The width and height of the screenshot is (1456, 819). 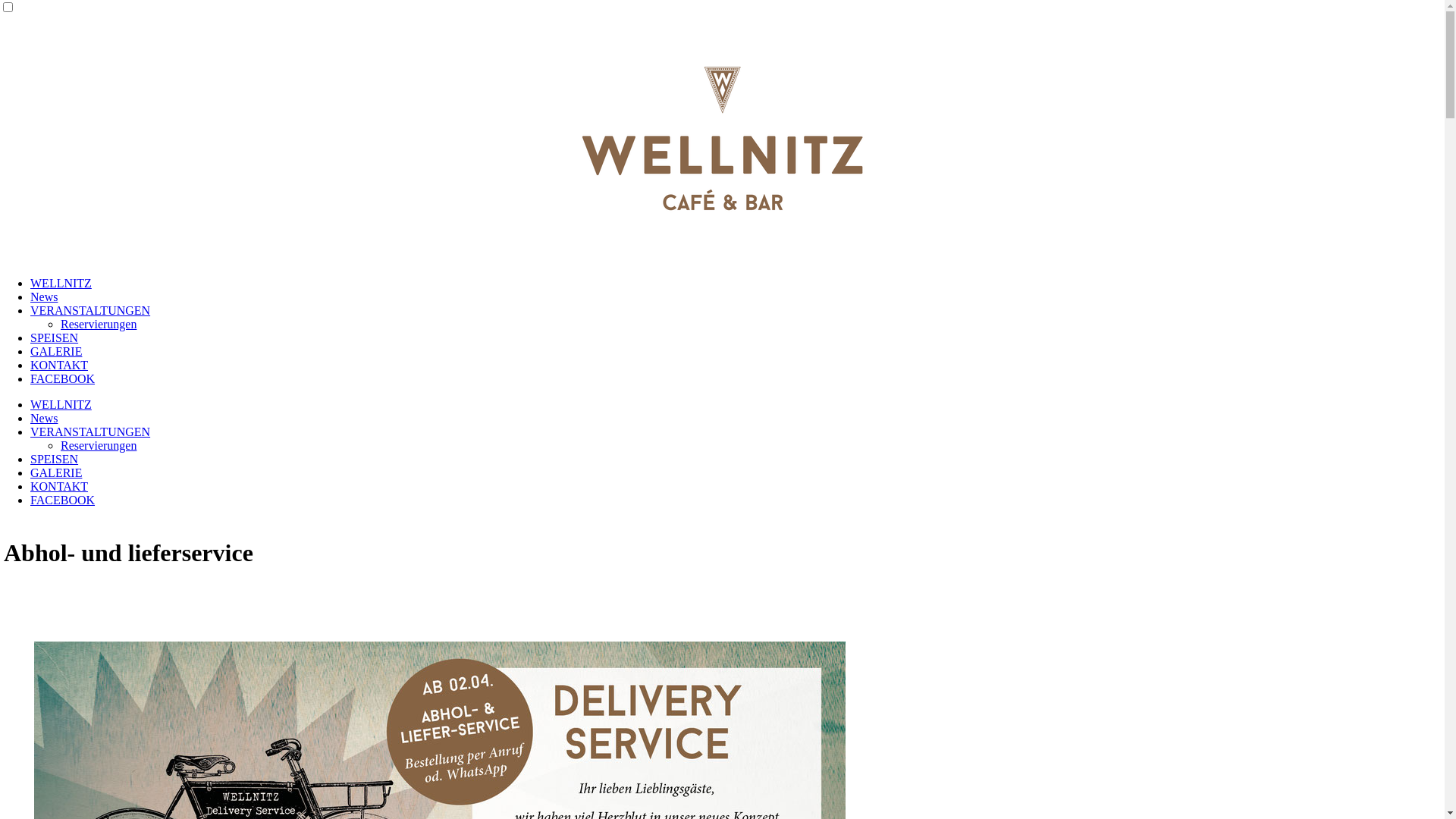 I want to click on 'Reservierungen', so click(x=97, y=444).